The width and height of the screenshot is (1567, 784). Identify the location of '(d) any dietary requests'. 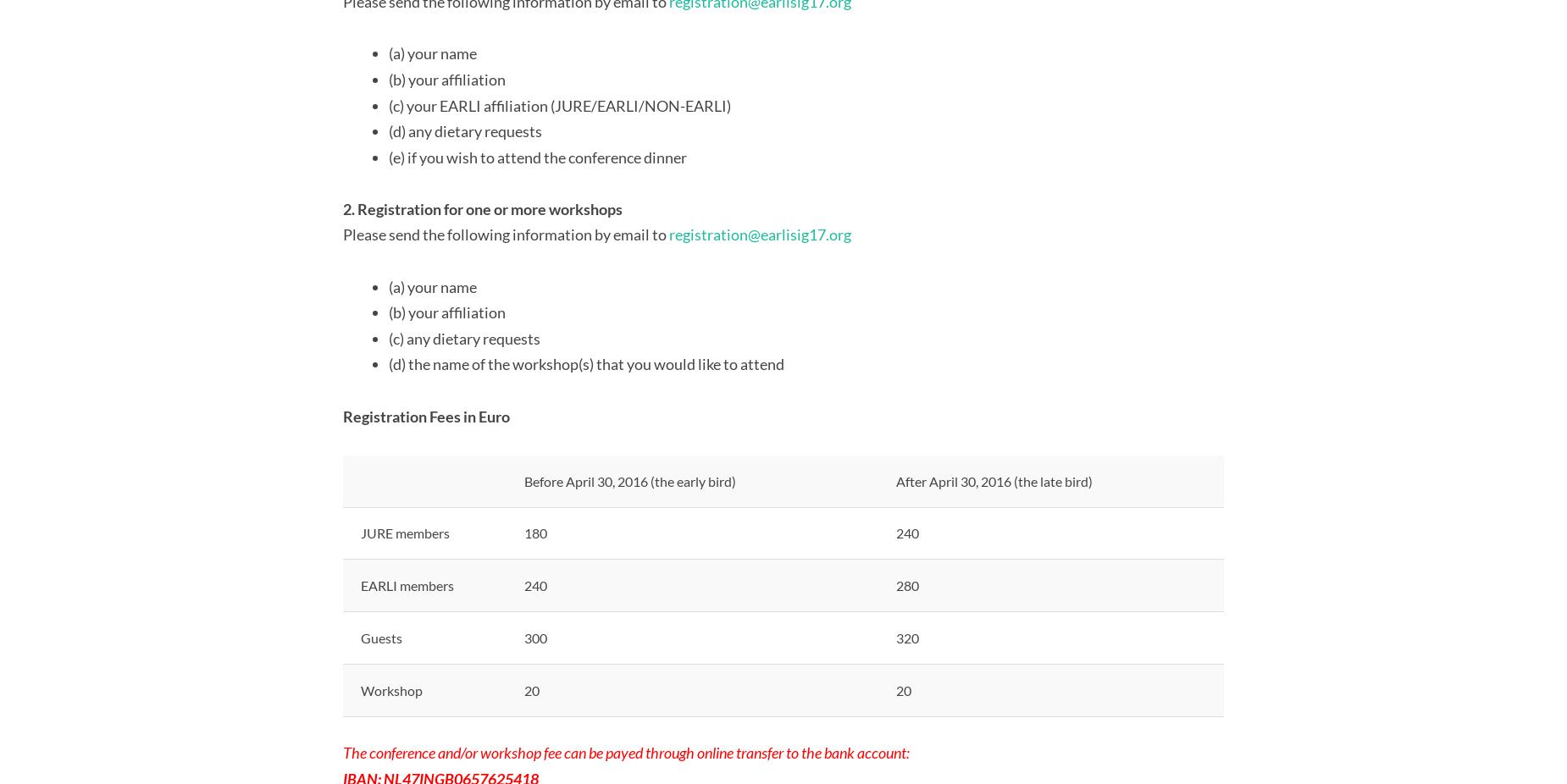
(387, 130).